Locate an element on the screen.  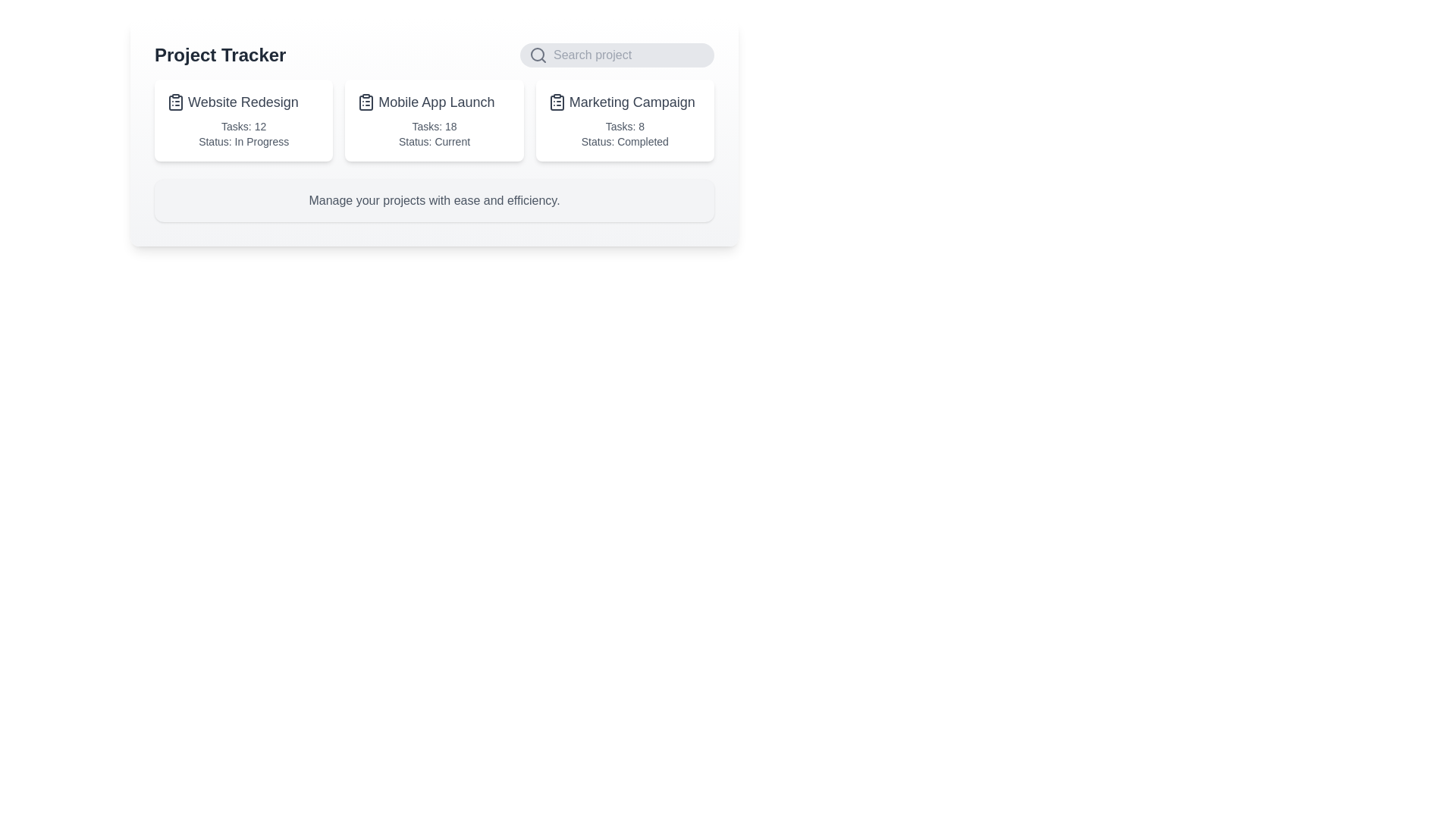
the label with an accompanying icon that serves as the title for a project or section is located at coordinates (243, 102).